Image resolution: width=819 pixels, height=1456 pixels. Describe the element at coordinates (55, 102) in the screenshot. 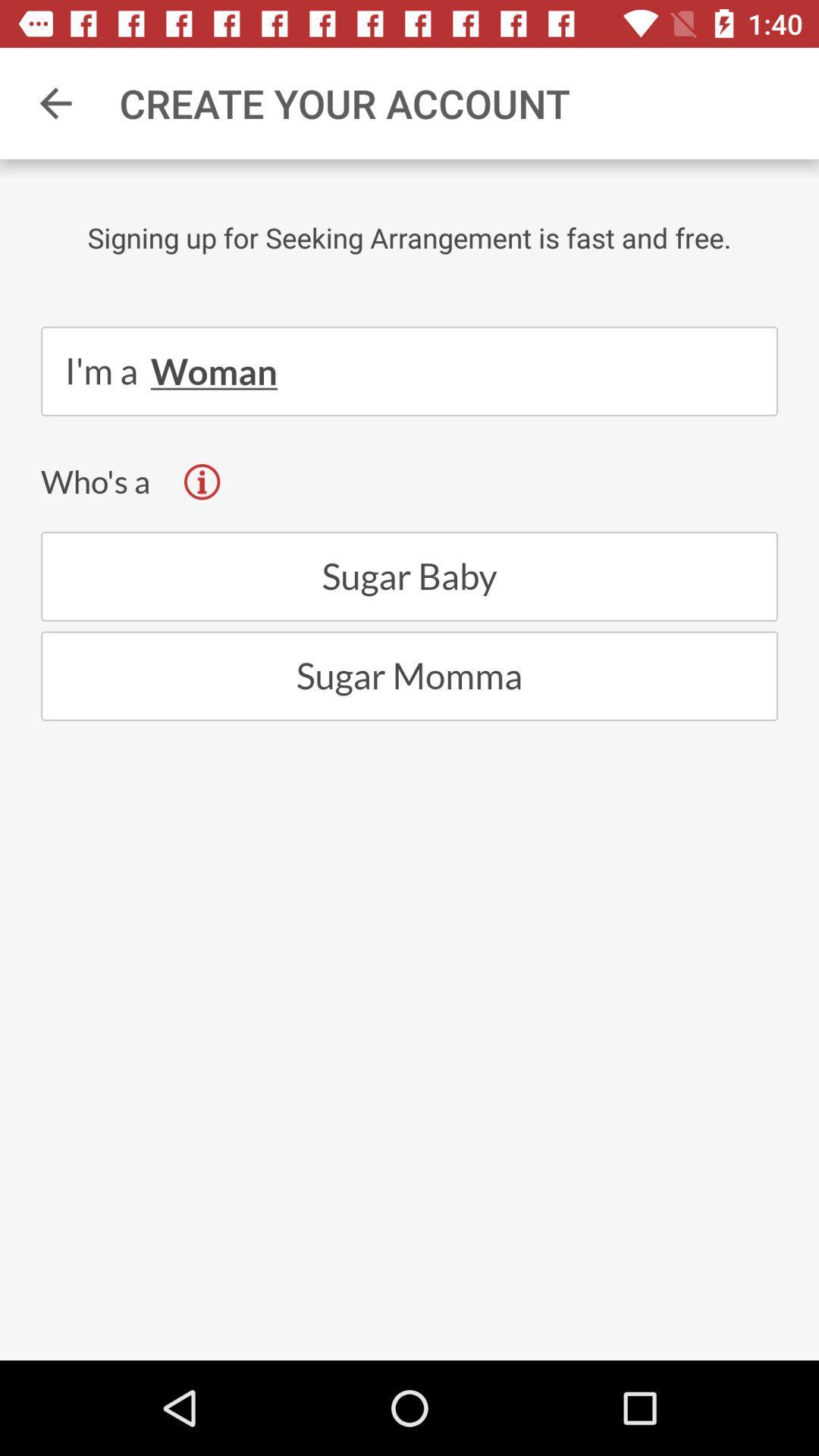

I see `icon next to the create your account` at that location.